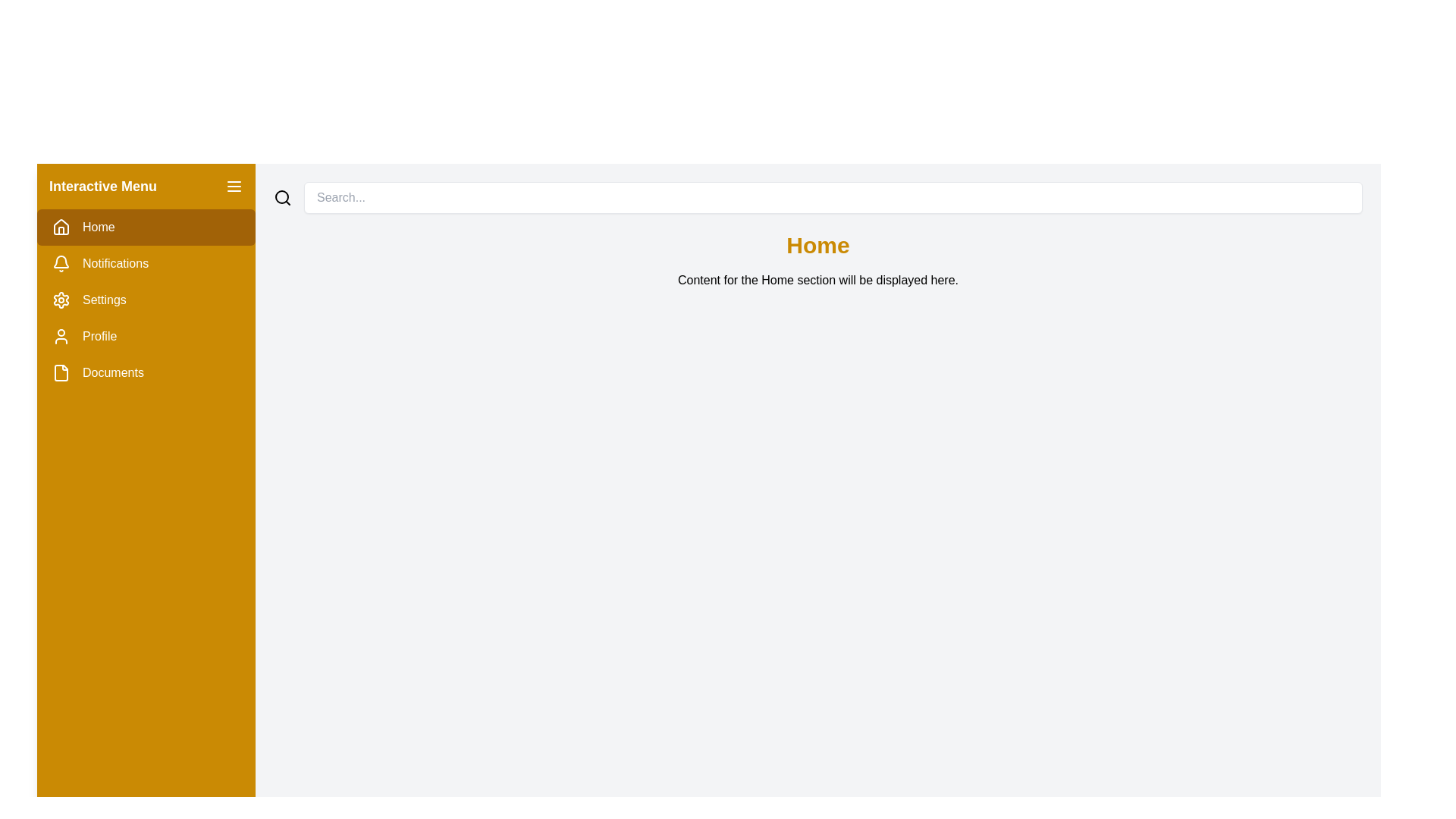 The height and width of the screenshot is (819, 1456). Describe the element at coordinates (98, 227) in the screenshot. I see `the 'Home' text label styled in white font on a yellow background` at that location.